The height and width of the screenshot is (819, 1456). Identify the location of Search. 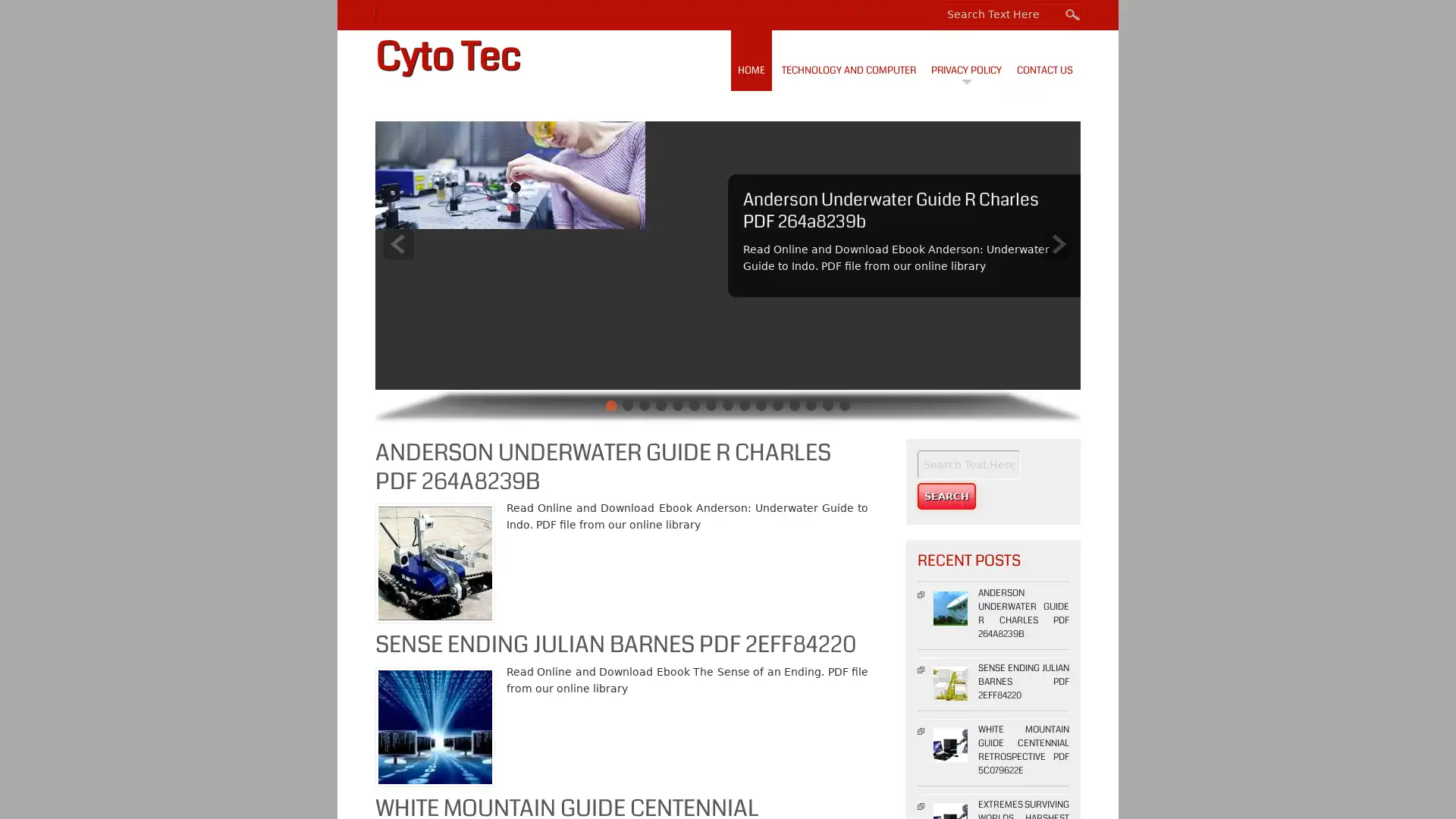
(946, 496).